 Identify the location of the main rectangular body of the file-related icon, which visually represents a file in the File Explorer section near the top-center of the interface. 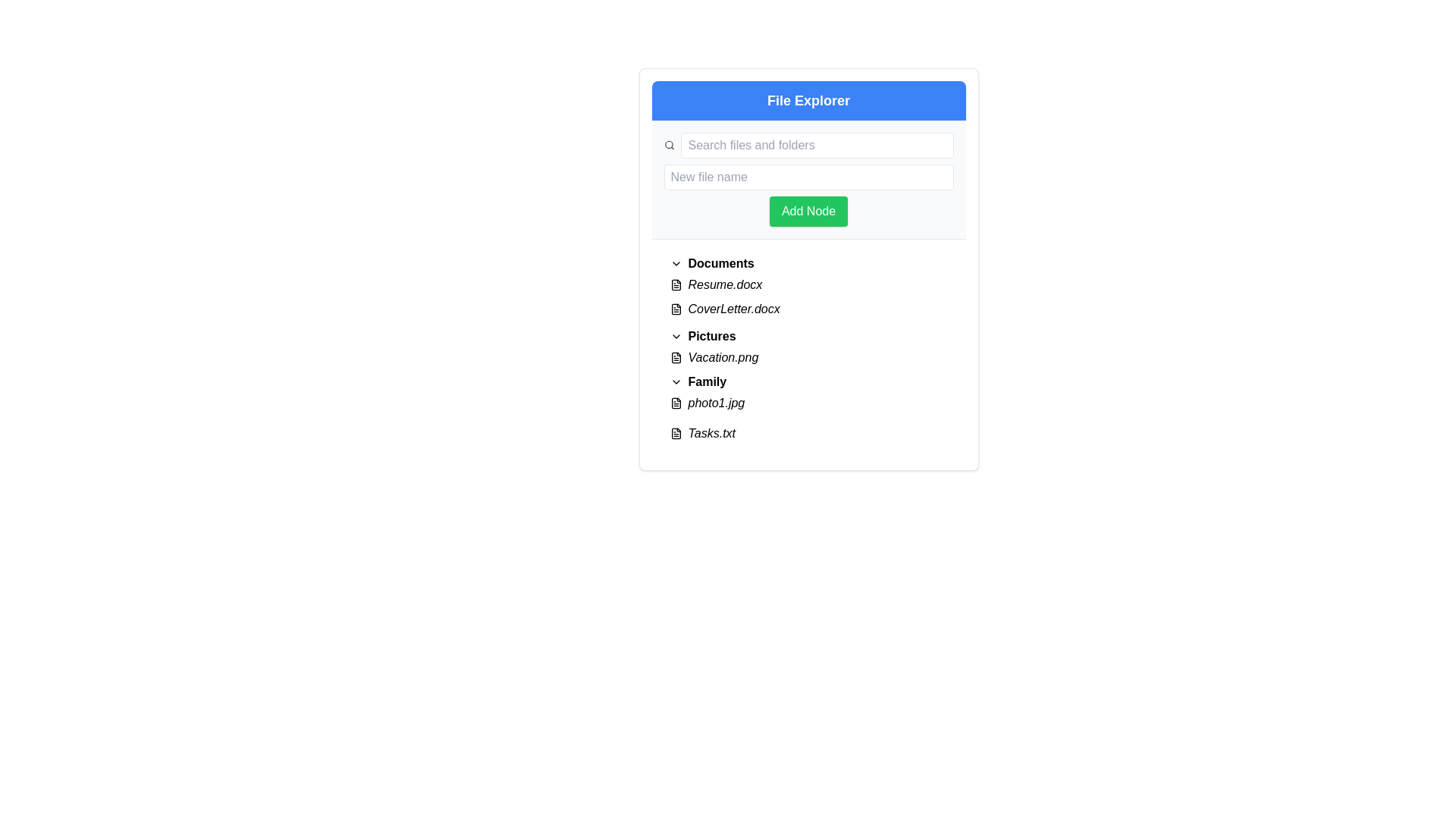
(675, 284).